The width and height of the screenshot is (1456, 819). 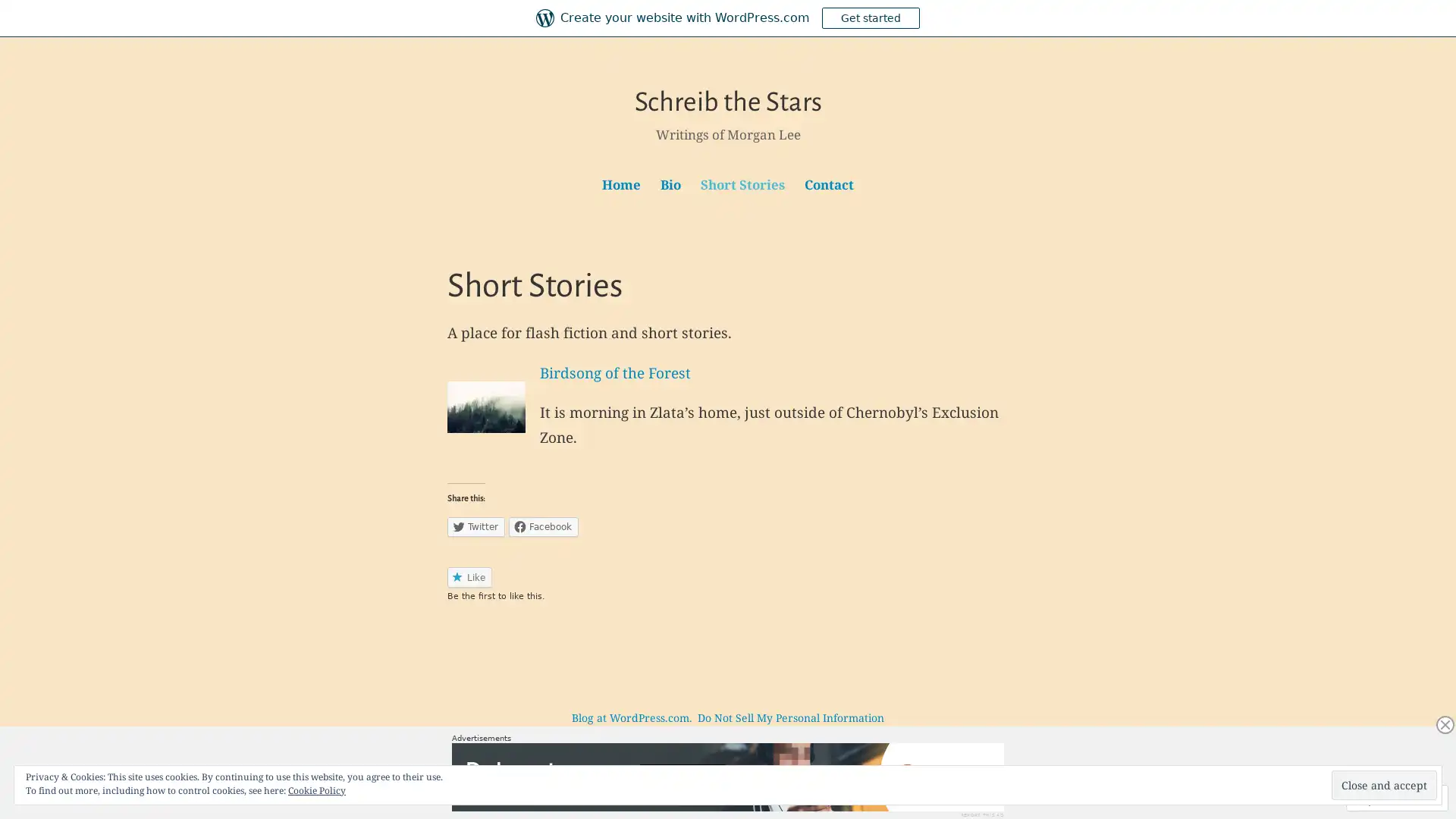 I want to click on Close and accept, so click(x=1384, y=785).